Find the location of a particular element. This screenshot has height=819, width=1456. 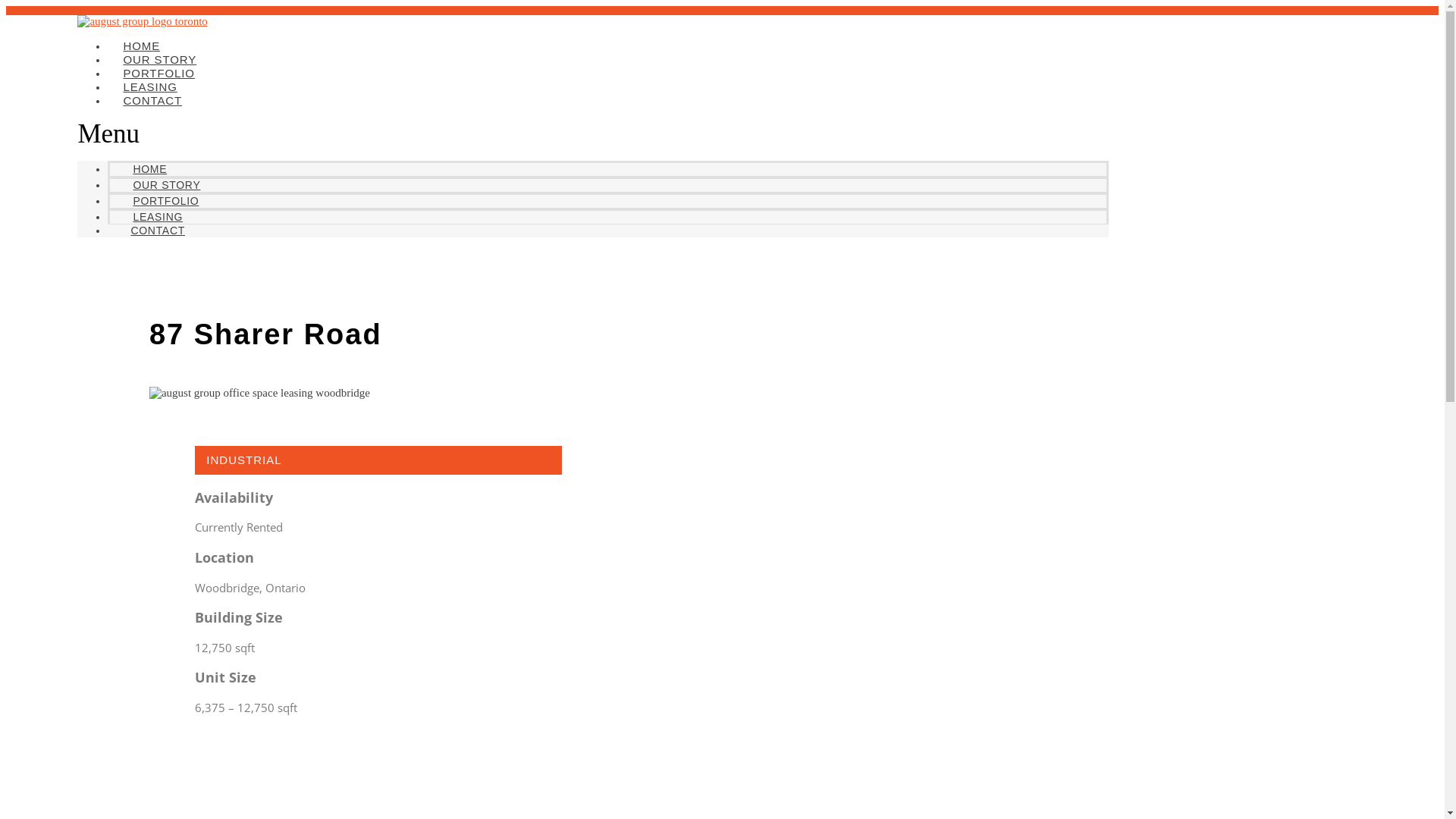

'PORTFOLIO' is located at coordinates (158, 73).